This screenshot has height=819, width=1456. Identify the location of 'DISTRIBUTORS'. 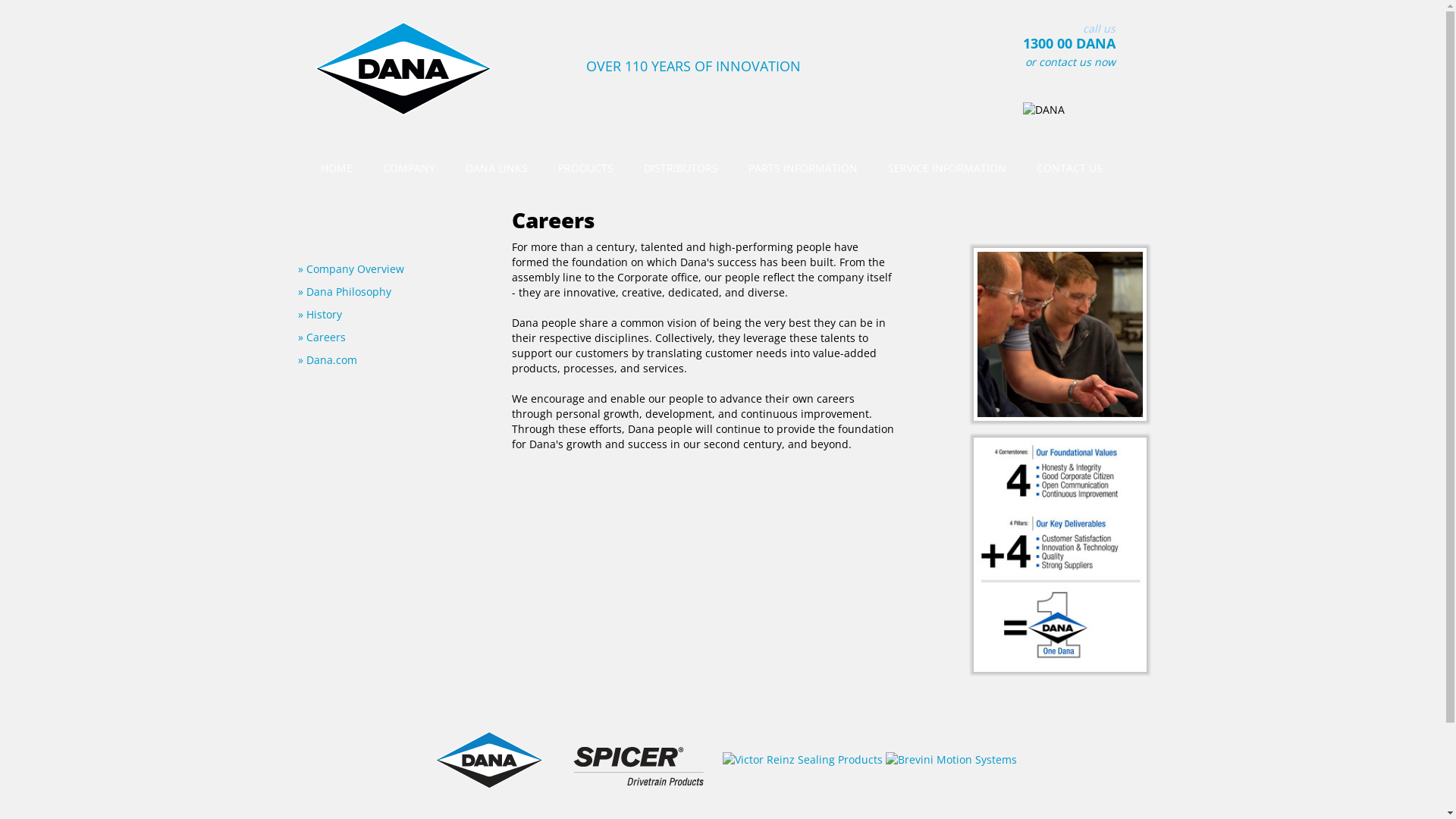
(679, 168).